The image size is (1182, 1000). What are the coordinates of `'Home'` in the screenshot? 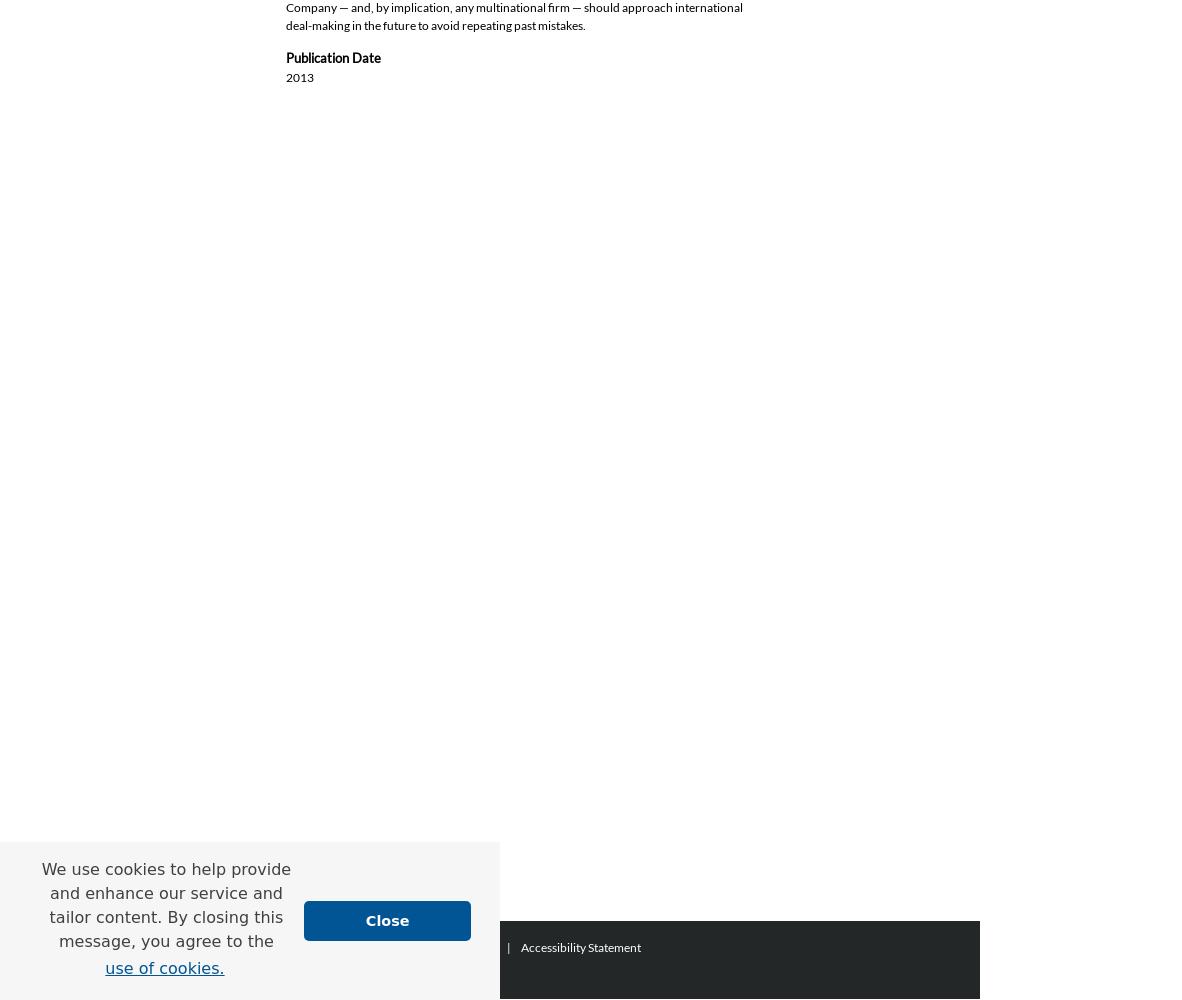 It's located at (287, 946).